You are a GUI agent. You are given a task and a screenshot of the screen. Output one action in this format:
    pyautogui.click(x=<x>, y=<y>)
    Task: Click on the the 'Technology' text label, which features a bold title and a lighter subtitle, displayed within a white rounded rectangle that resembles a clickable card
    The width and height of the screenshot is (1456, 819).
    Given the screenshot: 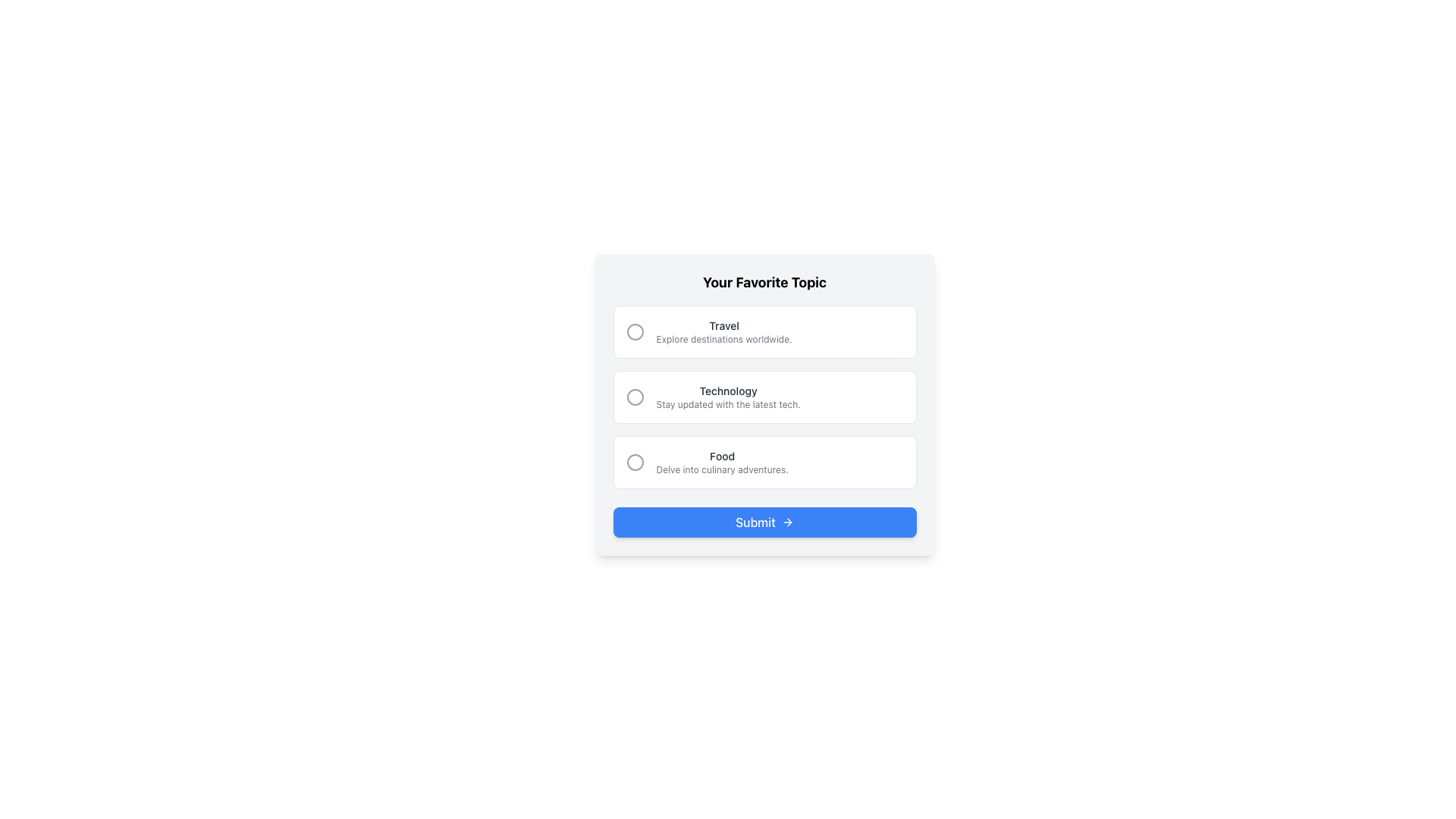 What is the action you would take?
    pyautogui.click(x=728, y=397)
    